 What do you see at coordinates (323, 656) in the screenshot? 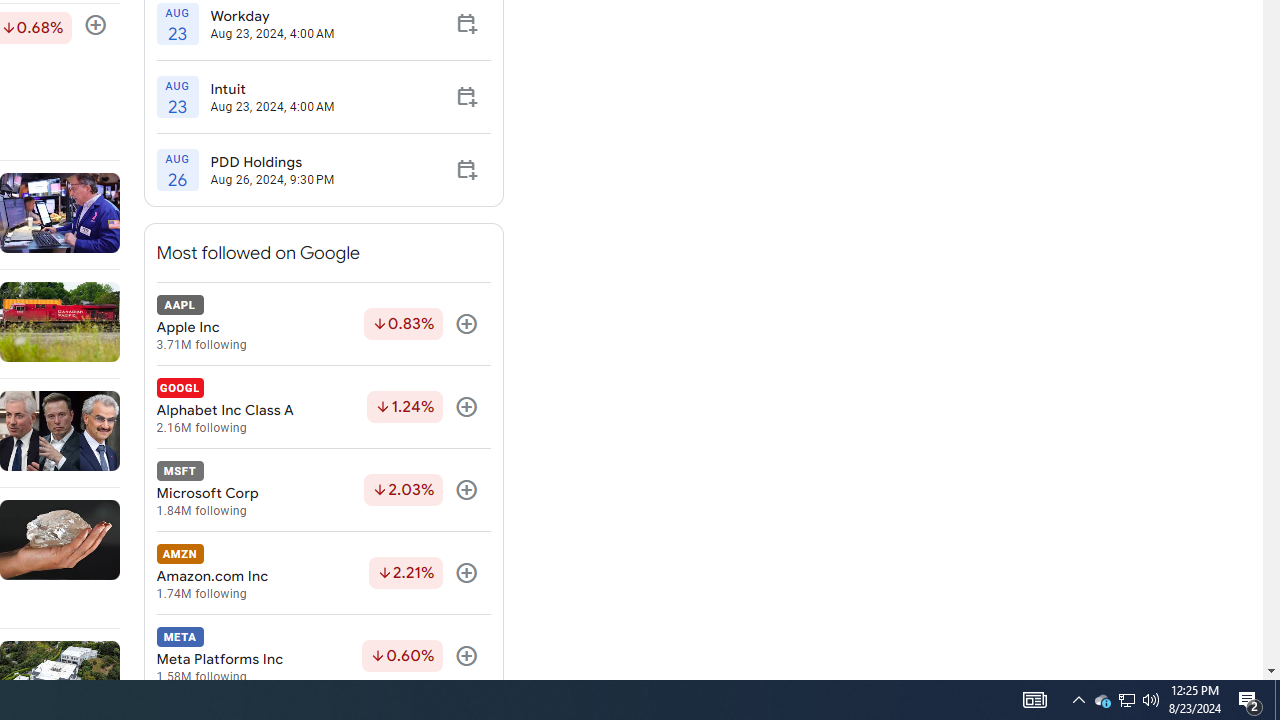
I see `'META Meta Platforms Inc 1.58M following Down by 0.60% Follow'` at bounding box center [323, 656].